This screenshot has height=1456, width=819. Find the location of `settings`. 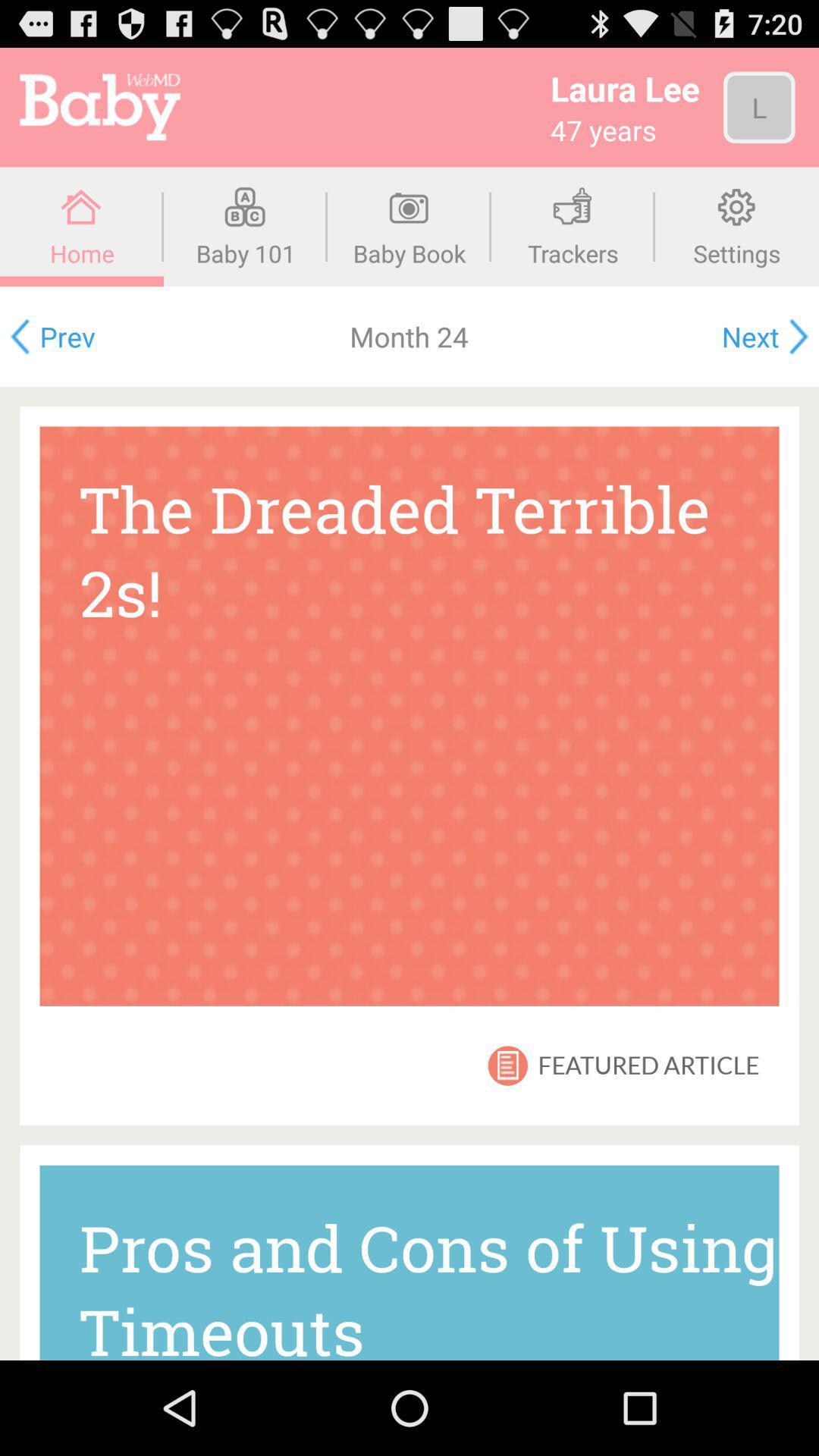

settings is located at coordinates (736, 226).